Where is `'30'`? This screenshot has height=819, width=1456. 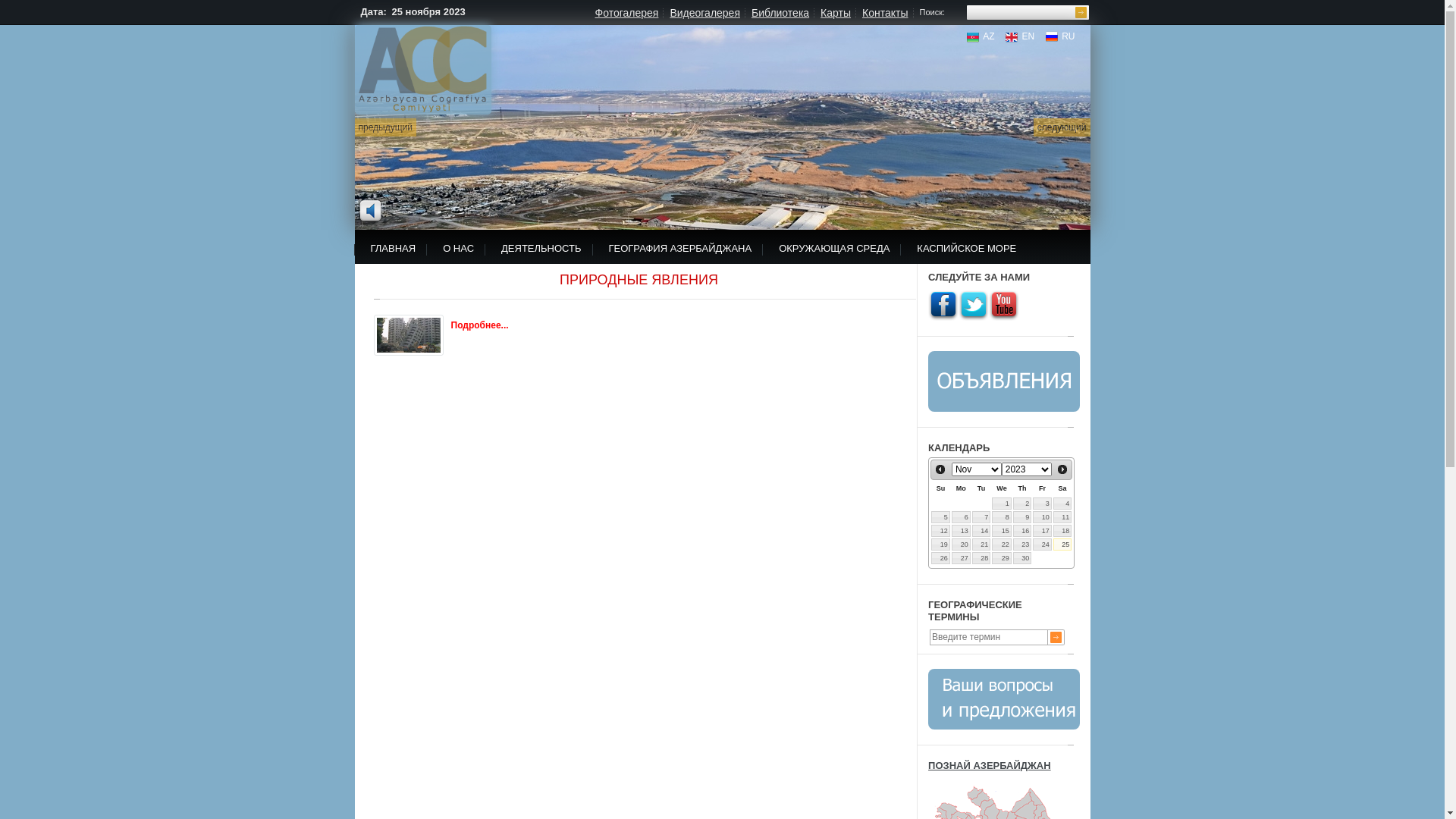
'30' is located at coordinates (1022, 558).